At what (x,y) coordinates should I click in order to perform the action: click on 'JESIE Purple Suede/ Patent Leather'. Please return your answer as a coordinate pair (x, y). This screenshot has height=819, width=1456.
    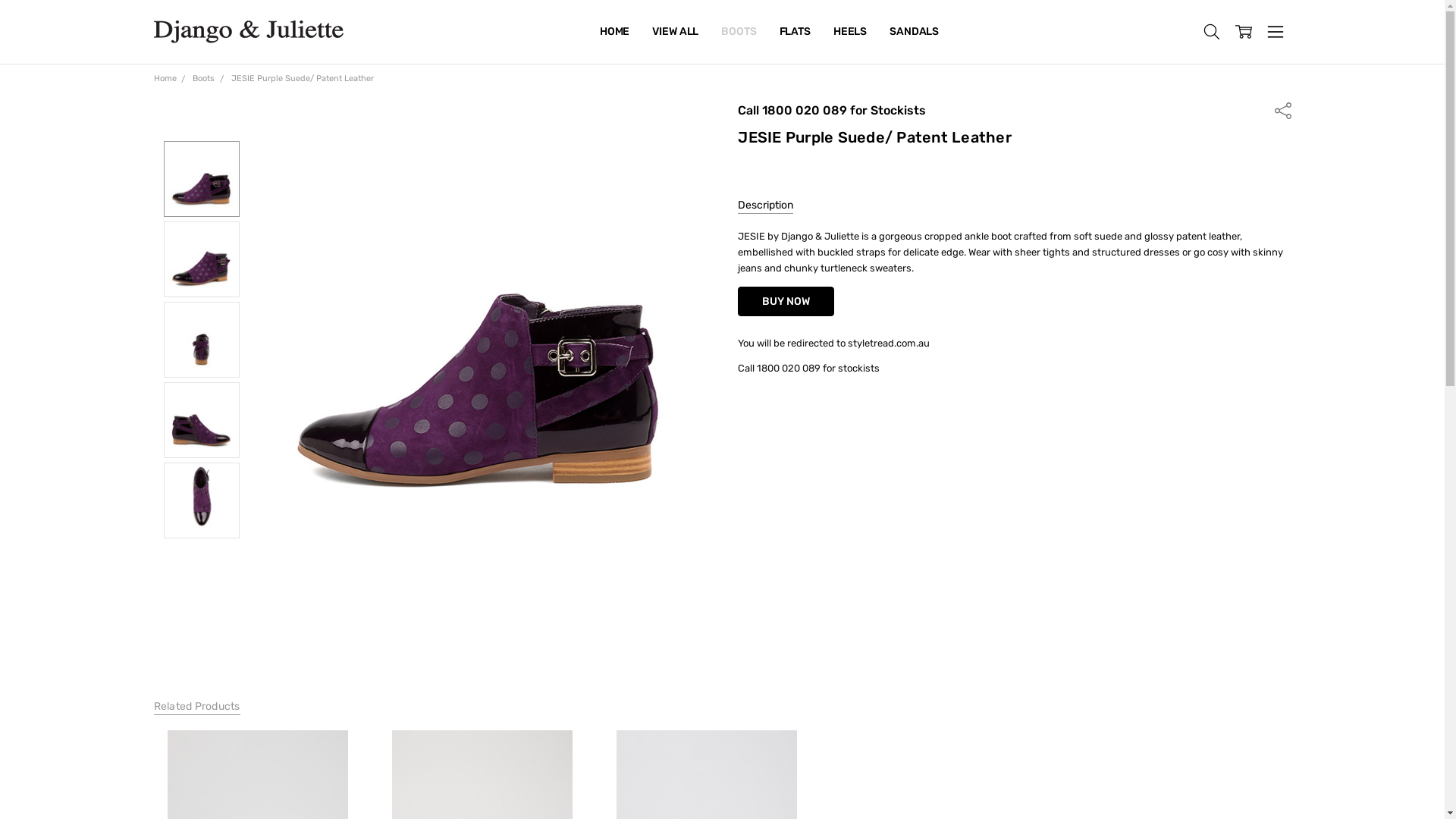
    Looking at the image, I should click on (200, 500).